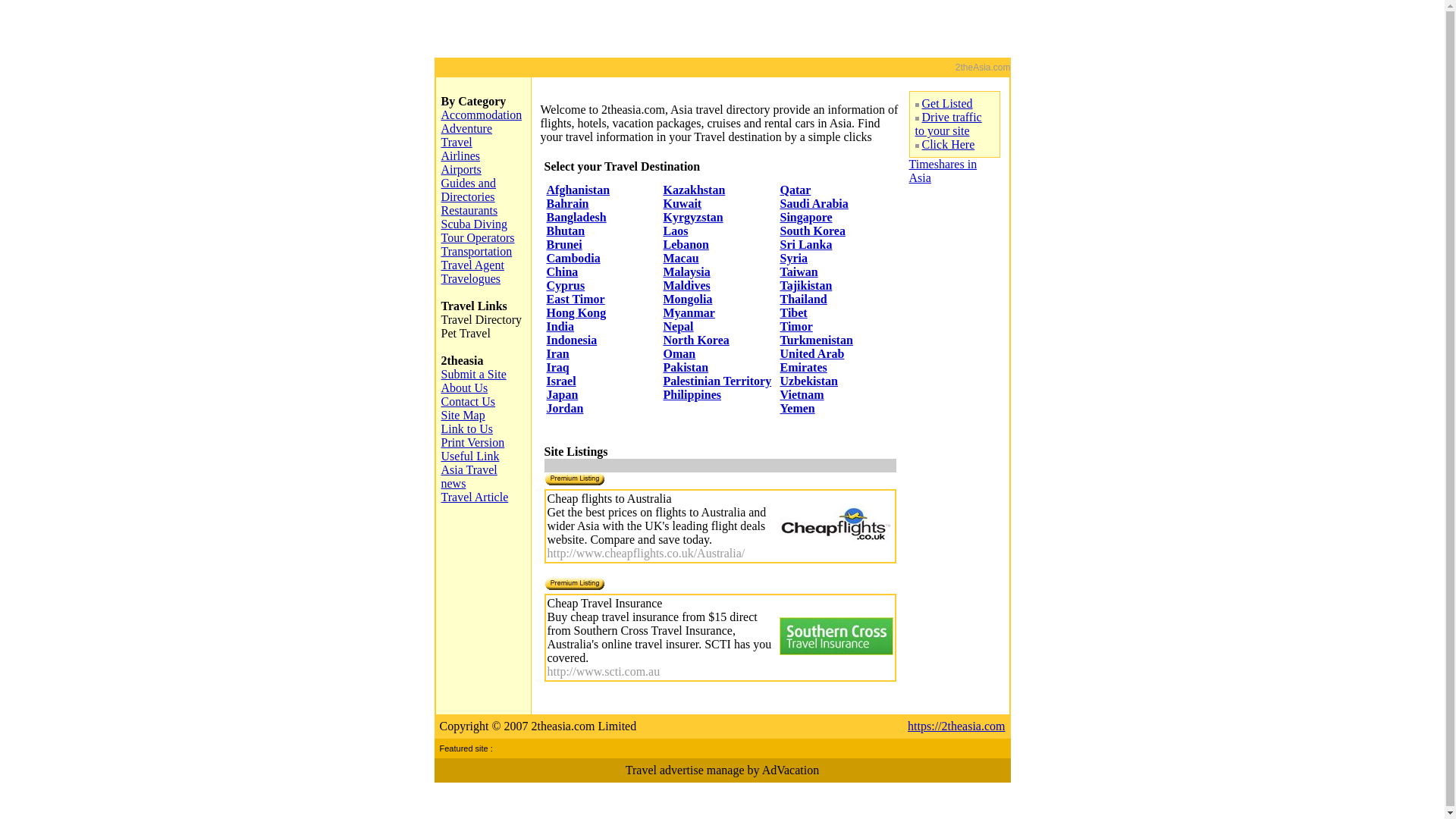 Image resolution: width=1456 pixels, height=819 pixels. Describe the element at coordinates (475, 250) in the screenshot. I see `'Transportation'` at that location.